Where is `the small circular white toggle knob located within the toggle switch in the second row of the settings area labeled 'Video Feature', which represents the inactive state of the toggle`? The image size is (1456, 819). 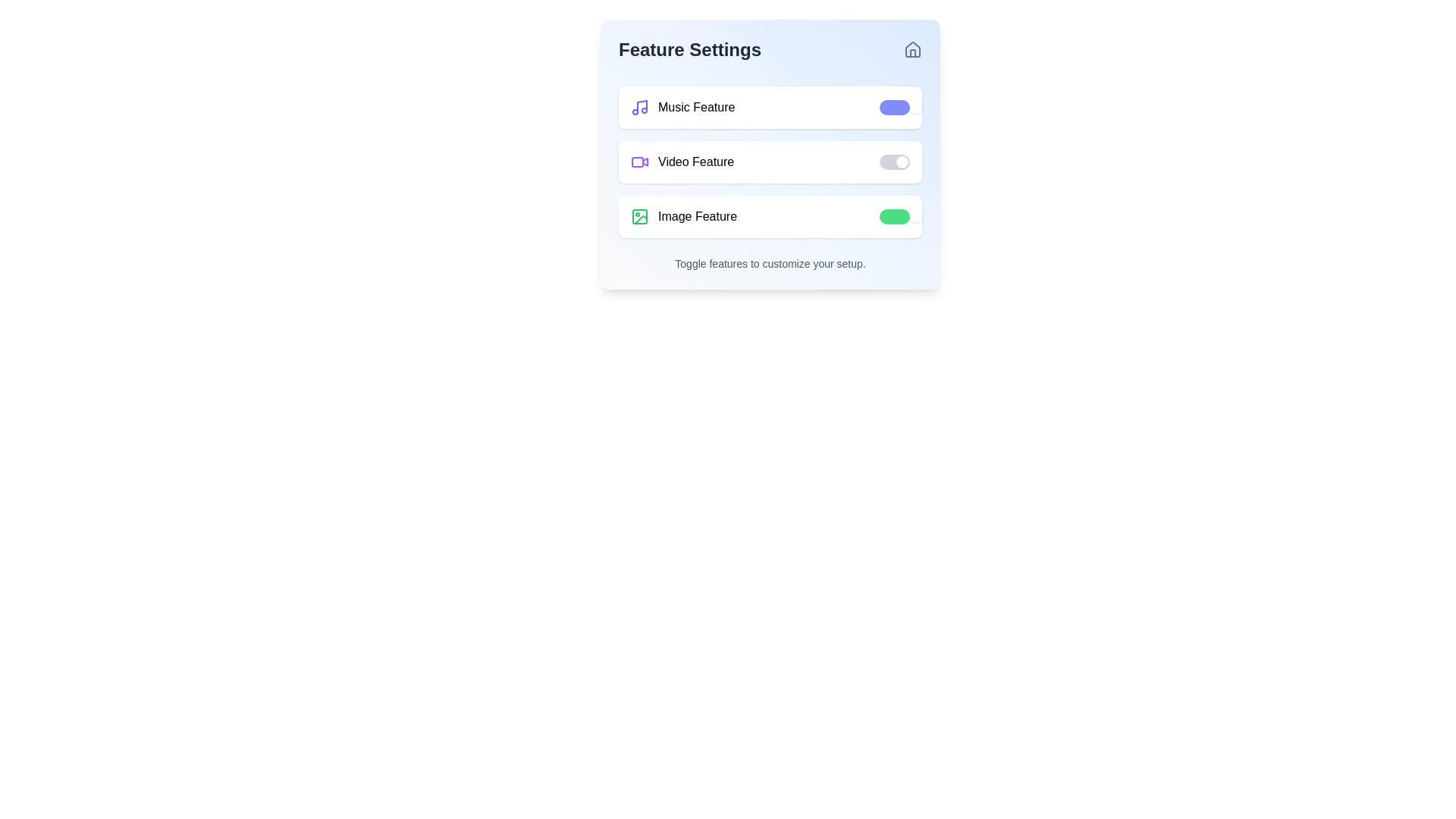
the small circular white toggle knob located within the toggle switch in the second row of the settings area labeled 'Video Feature', which represents the inactive state of the toggle is located at coordinates (902, 162).